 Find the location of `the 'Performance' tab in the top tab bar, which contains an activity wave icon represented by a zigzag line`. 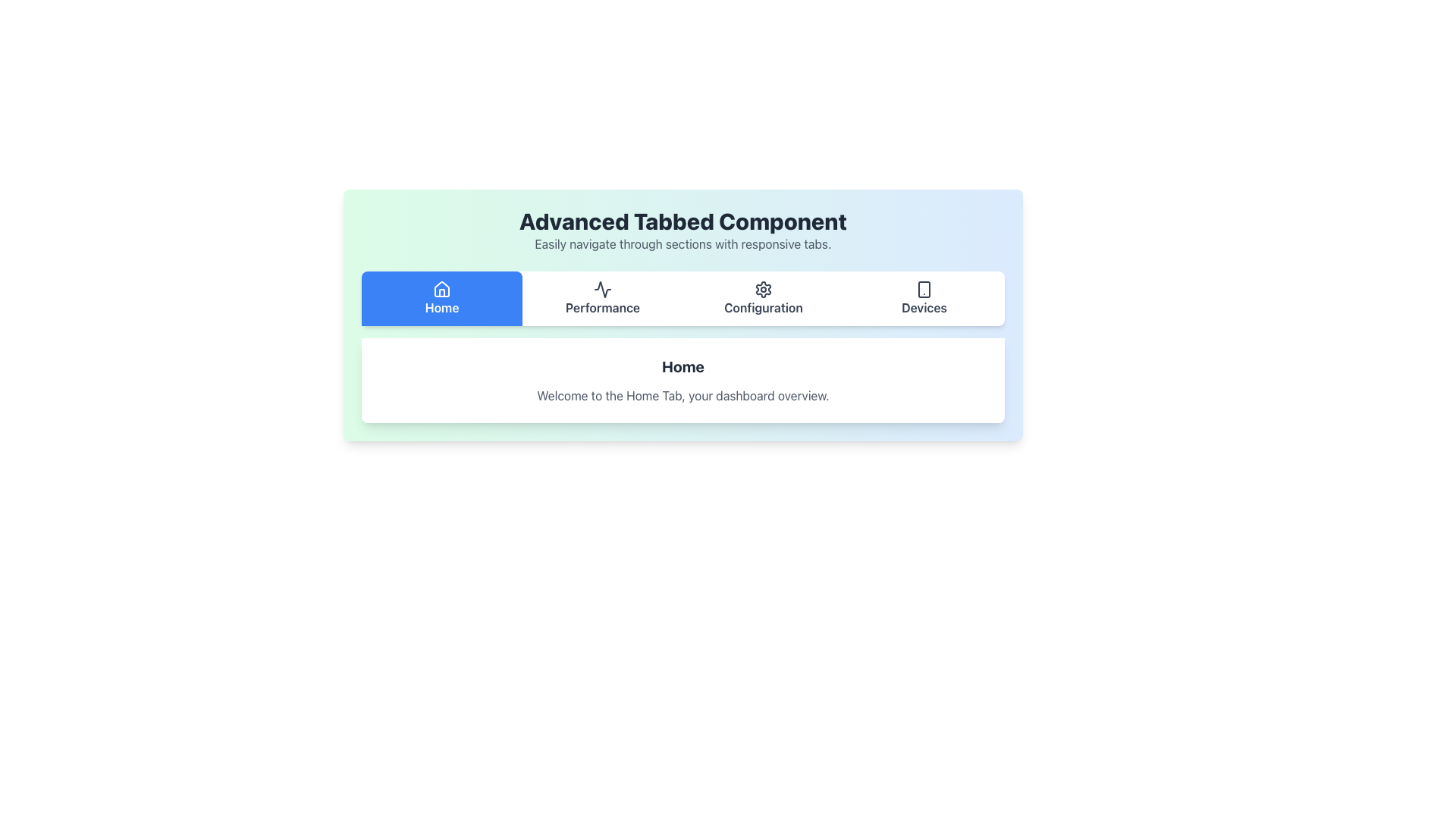

the 'Performance' tab in the top tab bar, which contains an activity wave icon represented by a zigzag line is located at coordinates (602, 289).